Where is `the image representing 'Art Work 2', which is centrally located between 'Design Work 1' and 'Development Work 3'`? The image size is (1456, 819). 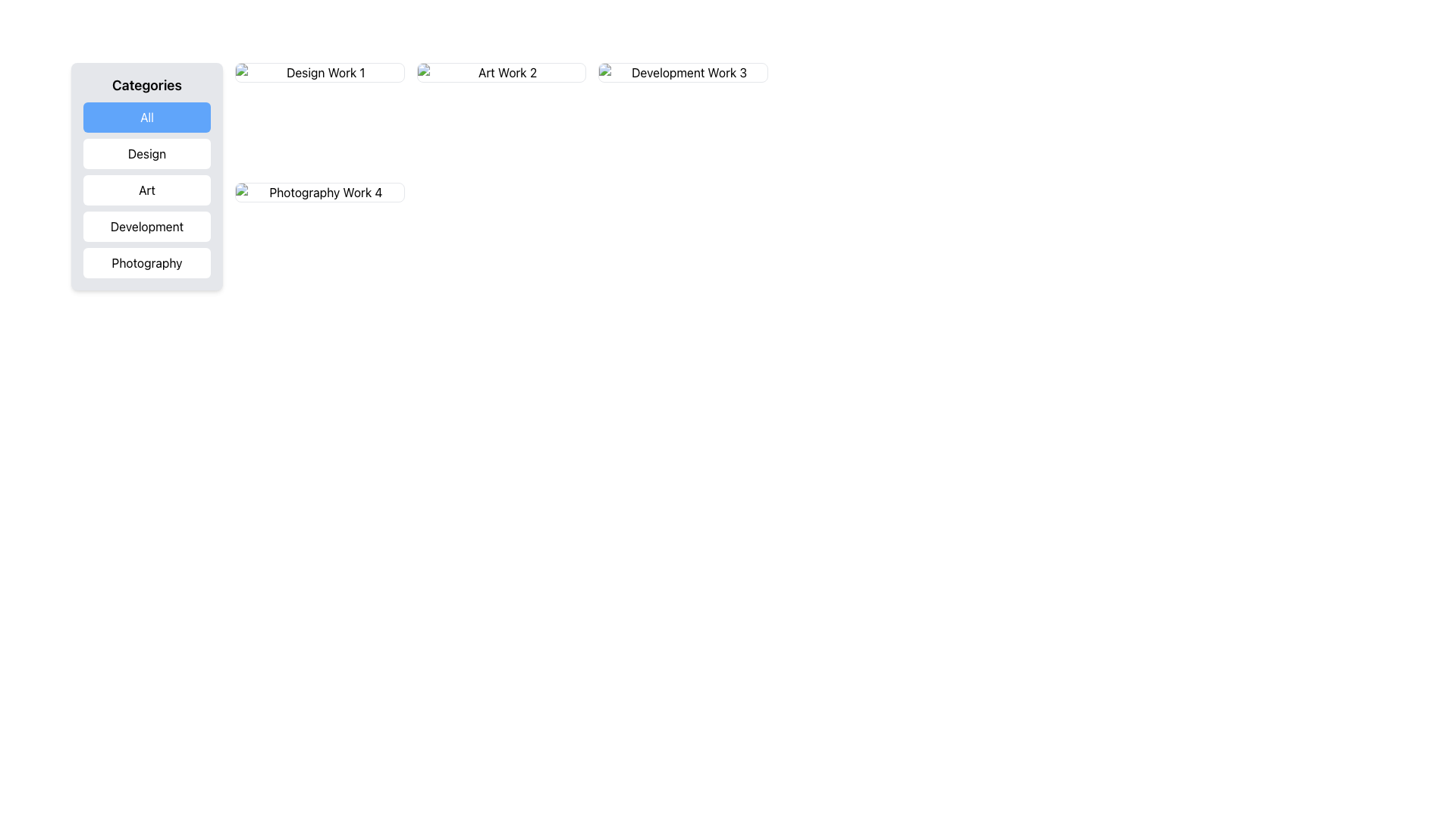 the image representing 'Art Work 2', which is centrally located between 'Design Work 1' and 'Development Work 3' is located at coordinates (501, 73).